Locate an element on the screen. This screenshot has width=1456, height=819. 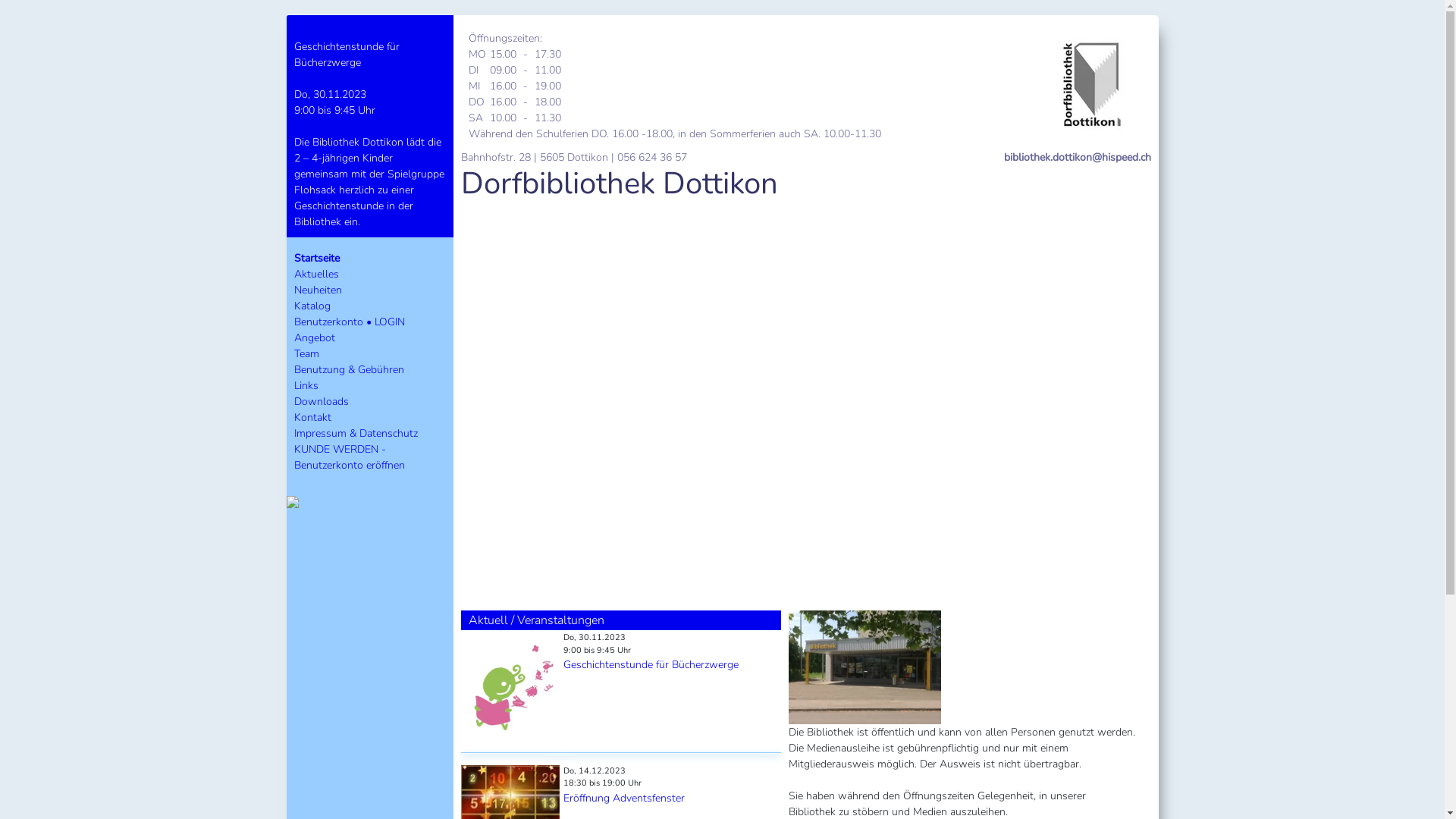
'Weiter' is located at coordinates (1099, 397).